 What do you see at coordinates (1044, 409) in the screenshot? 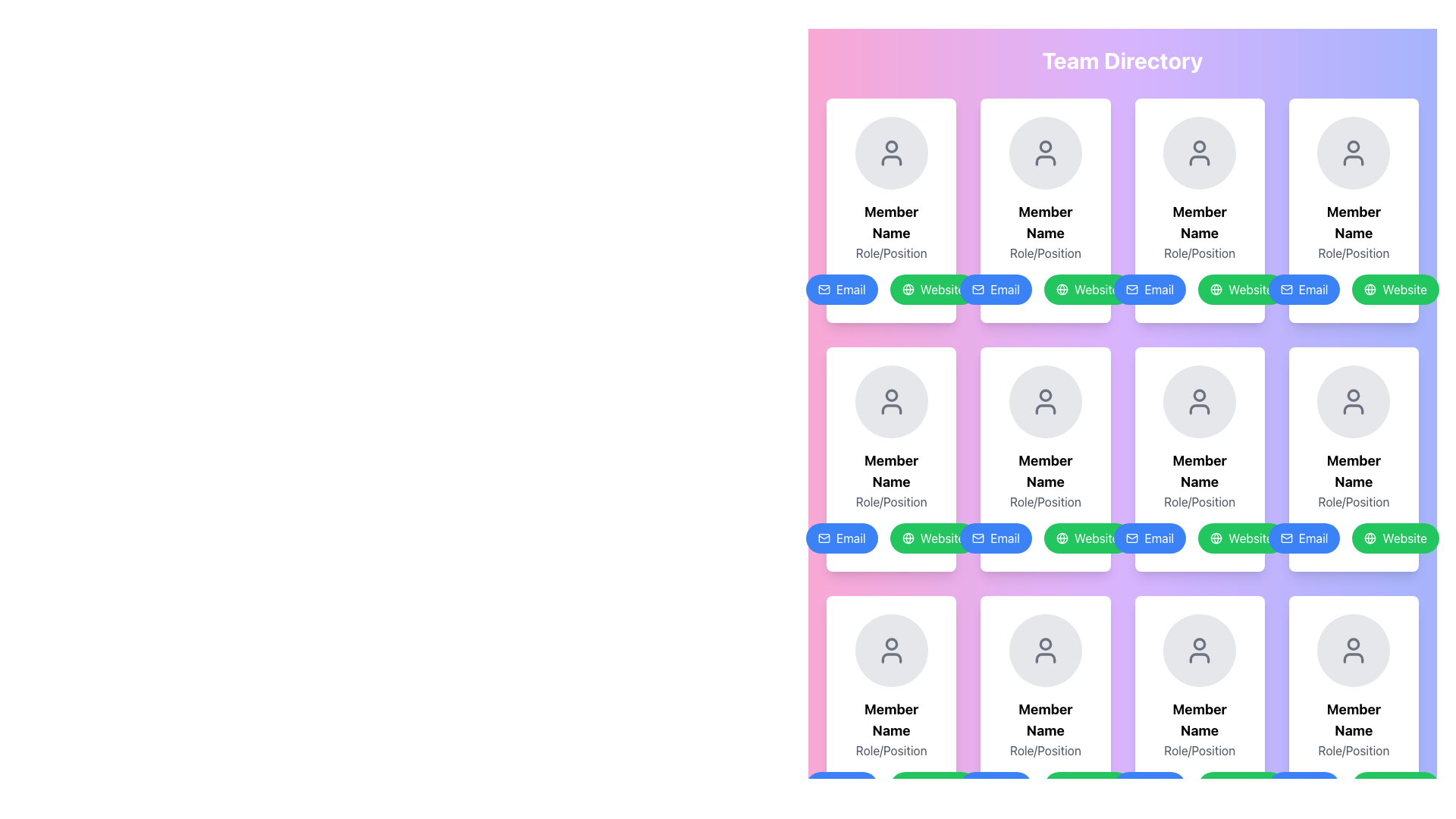
I see `the illustrative segment of the user profile icon located in the second row, second column of the layout, which is positioned below the circular depiction of a head` at bounding box center [1044, 409].